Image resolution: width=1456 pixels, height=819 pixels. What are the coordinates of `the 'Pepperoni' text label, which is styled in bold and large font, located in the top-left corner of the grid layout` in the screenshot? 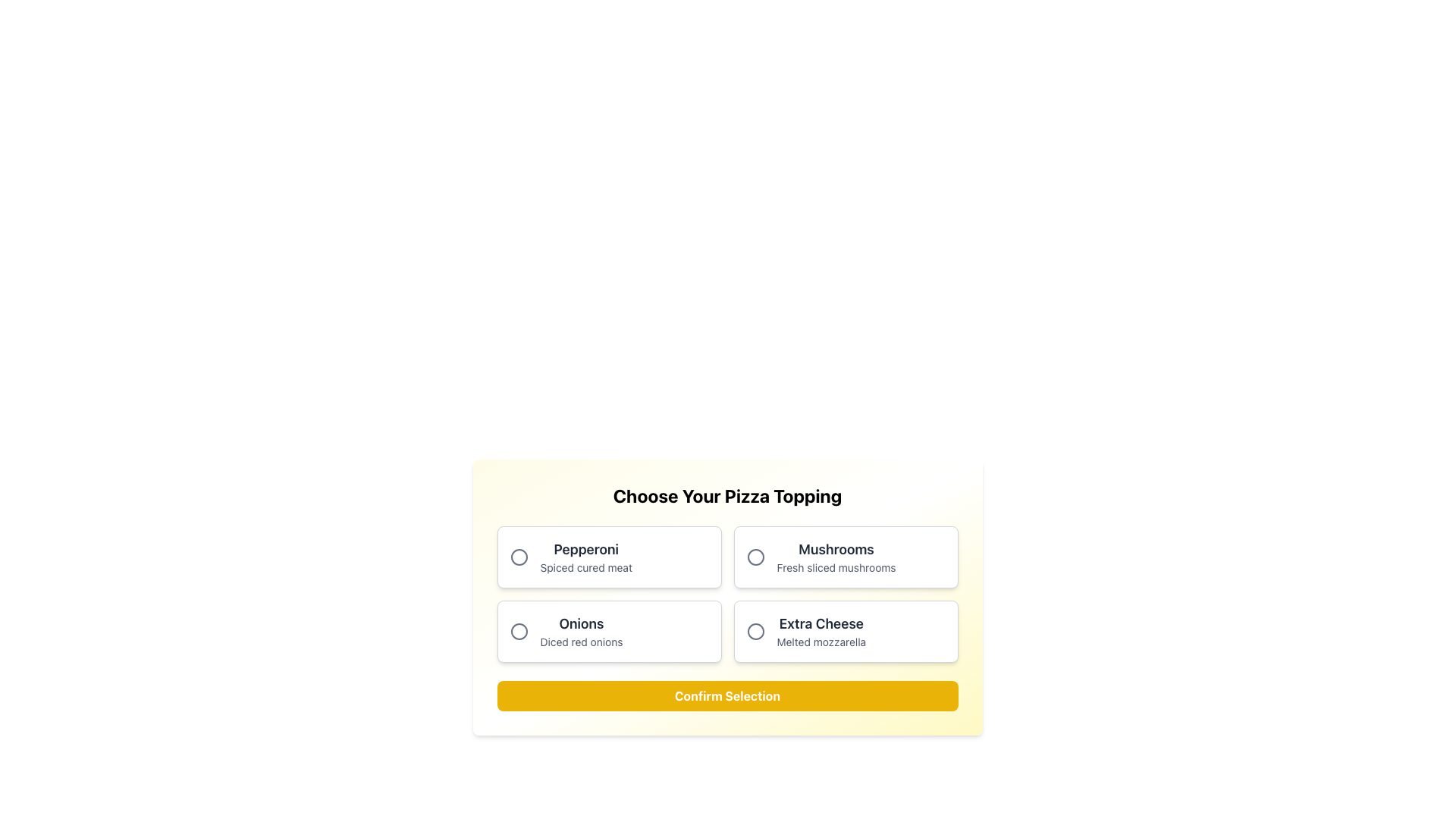 It's located at (585, 557).